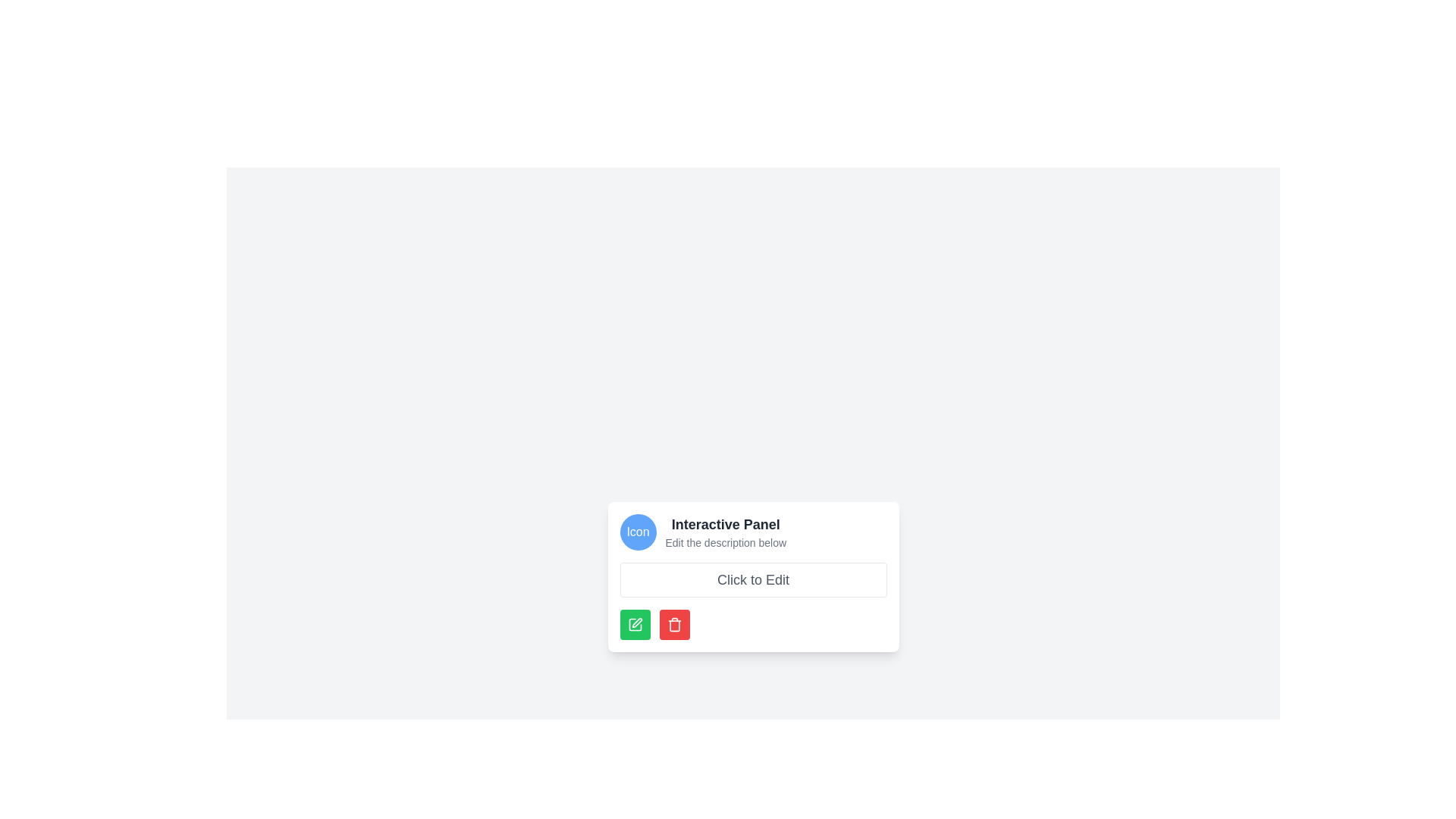 Image resolution: width=1456 pixels, height=819 pixels. Describe the element at coordinates (724, 532) in the screenshot. I see `the Text element group that contains the title and subtitle, located centrally above the 'Click` at that location.